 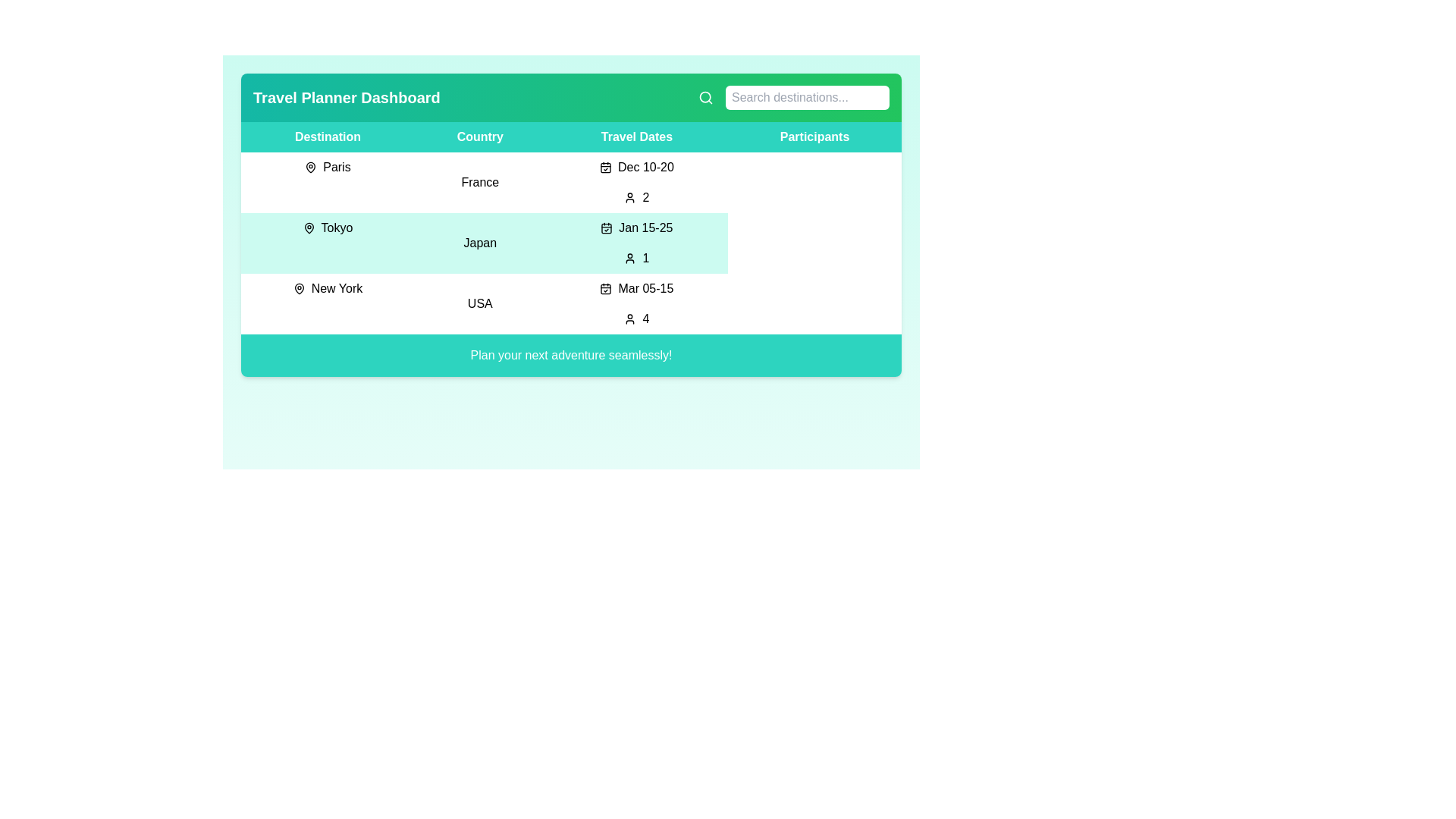 I want to click on icon representing participants in the first row of the 'Participants' column in the 'Travel Planner Dashboard' for additional details, so click(x=630, y=197).